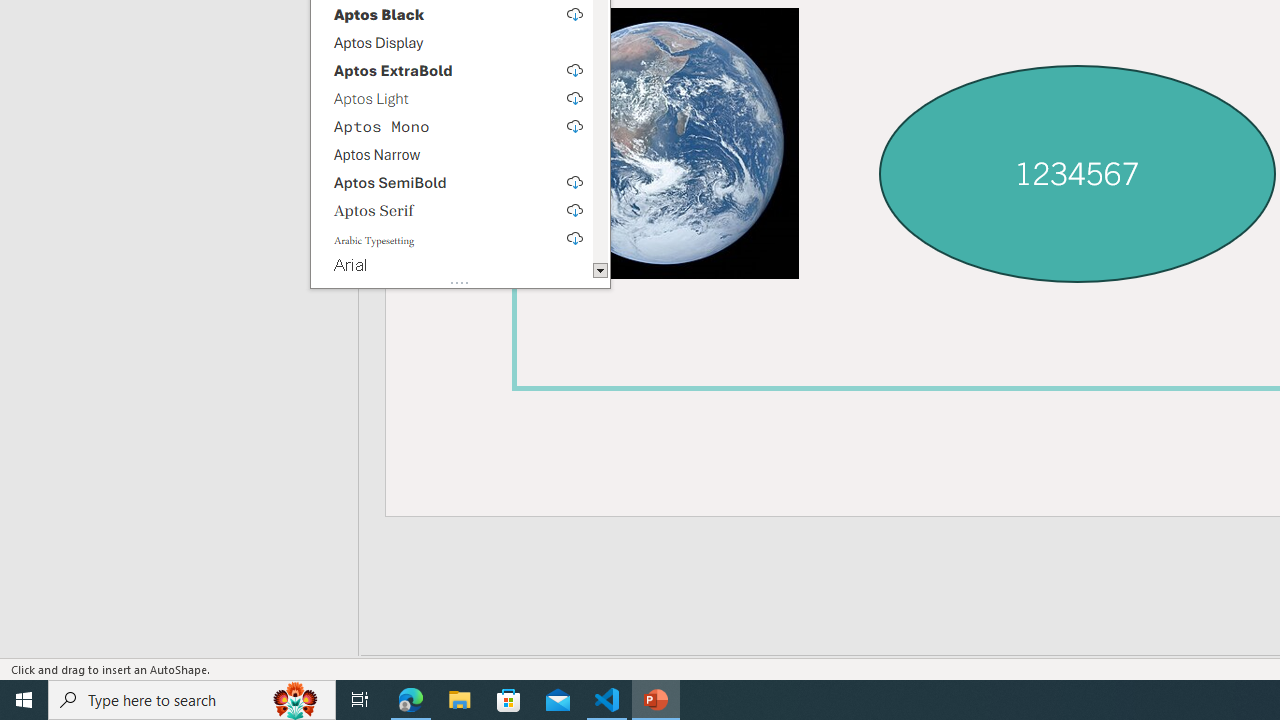 Image resolution: width=1280 pixels, height=720 pixels. Describe the element at coordinates (599, 271) in the screenshot. I see `'Line down'` at that location.